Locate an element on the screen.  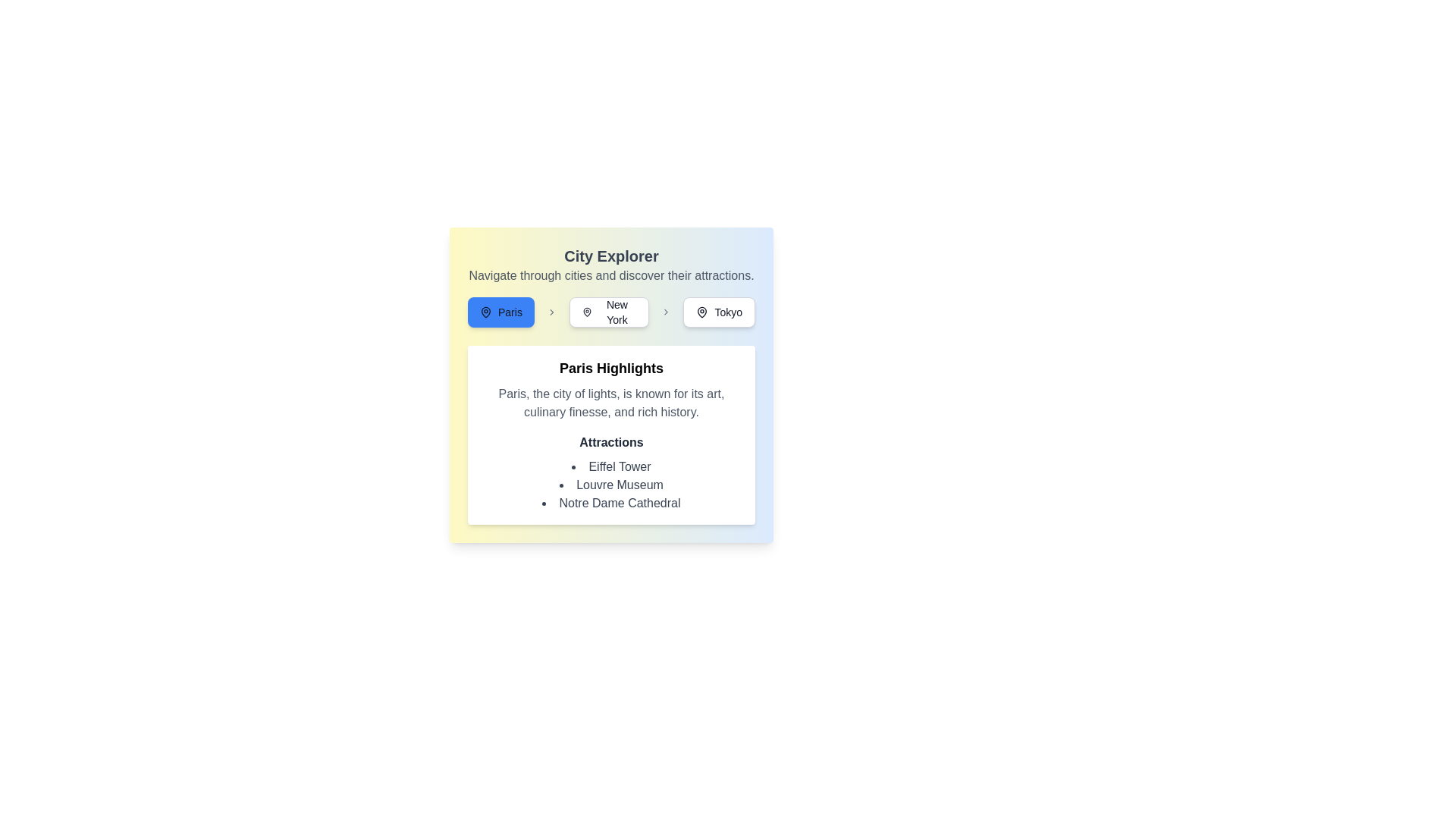
the location pin icon representing the city 'Paris' for accessibility purposes is located at coordinates (701, 312).